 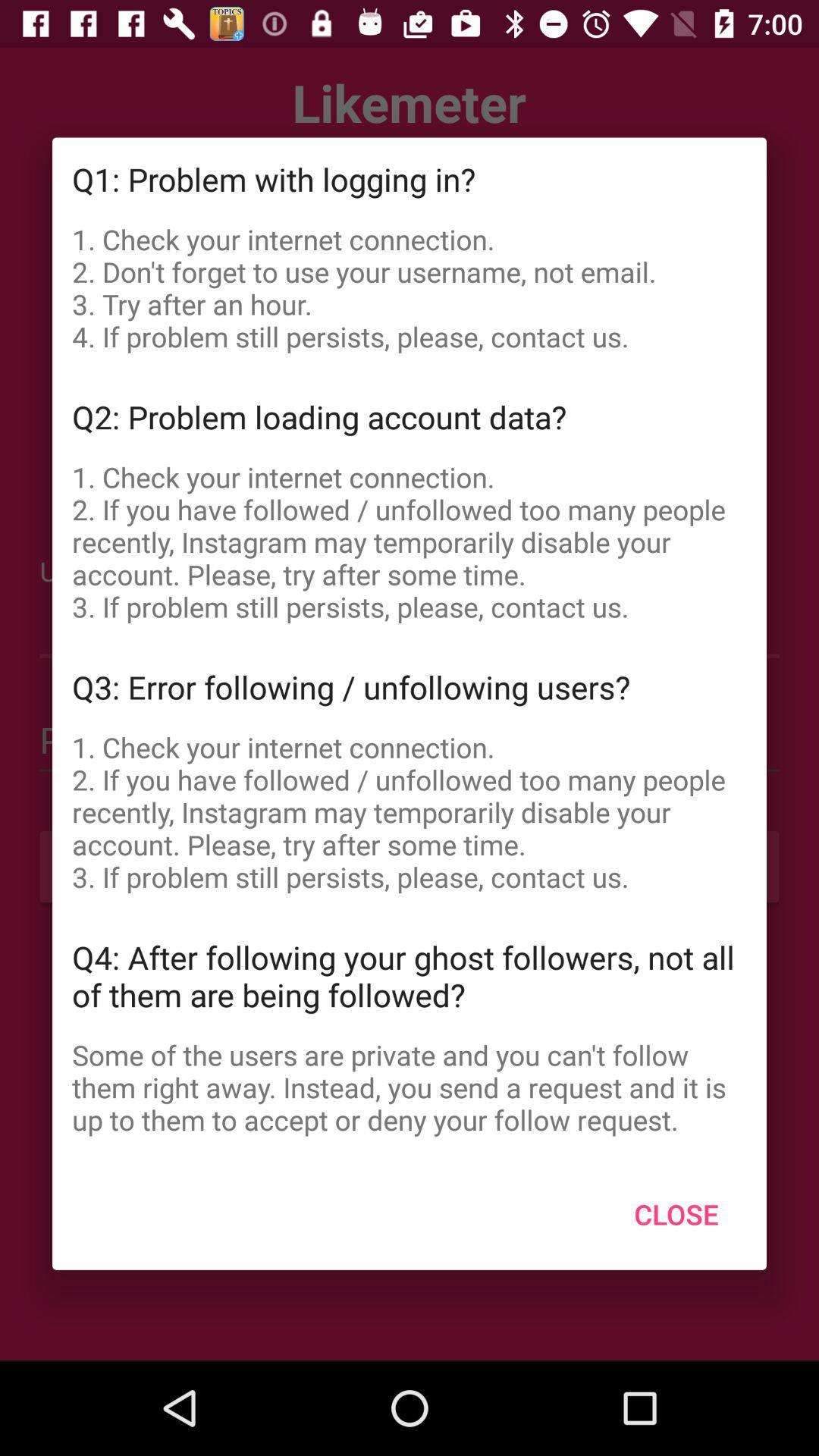 What do you see at coordinates (676, 1214) in the screenshot?
I see `the close icon` at bounding box center [676, 1214].